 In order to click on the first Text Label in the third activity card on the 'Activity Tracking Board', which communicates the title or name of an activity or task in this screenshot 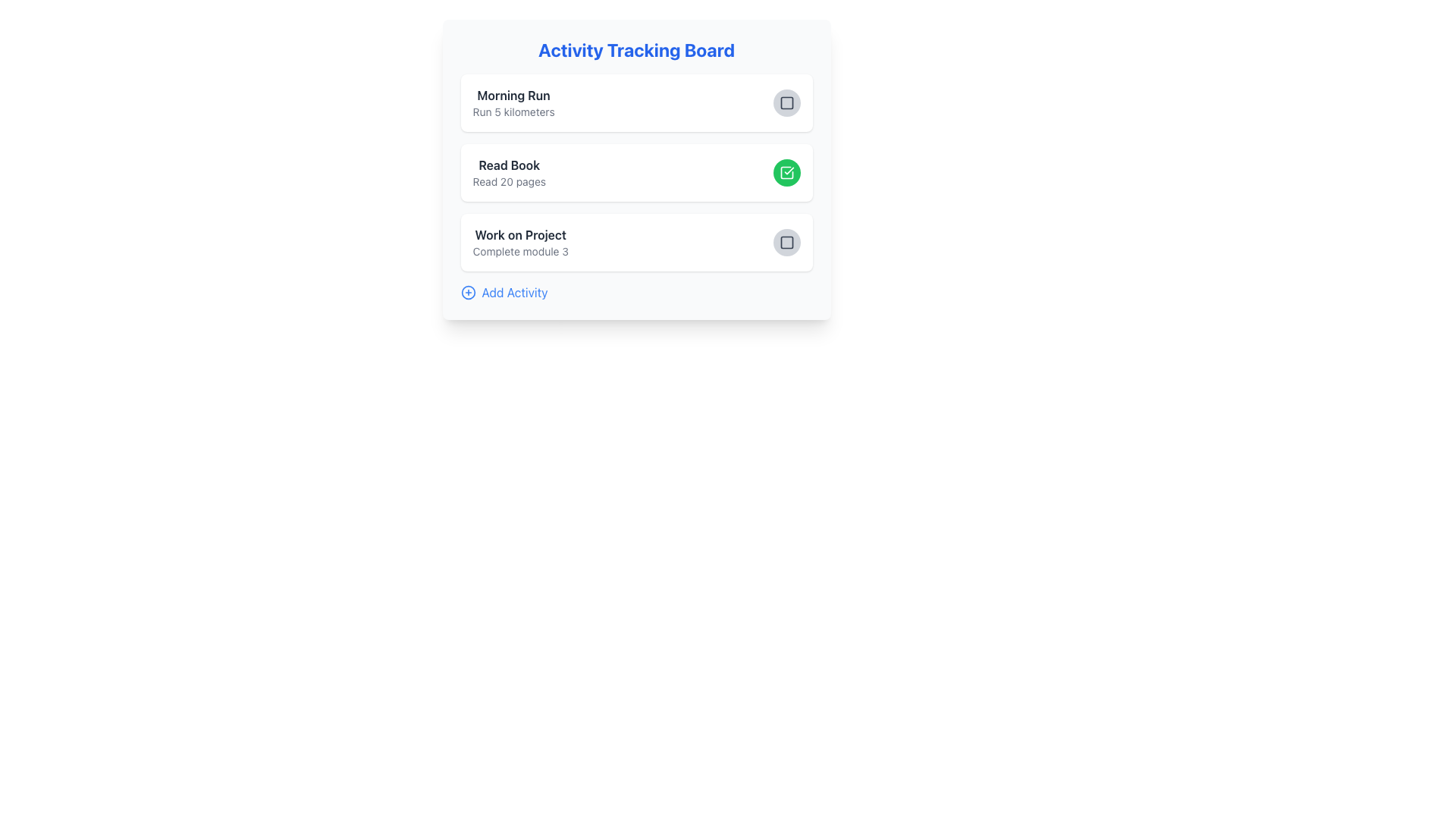, I will do `click(520, 234)`.